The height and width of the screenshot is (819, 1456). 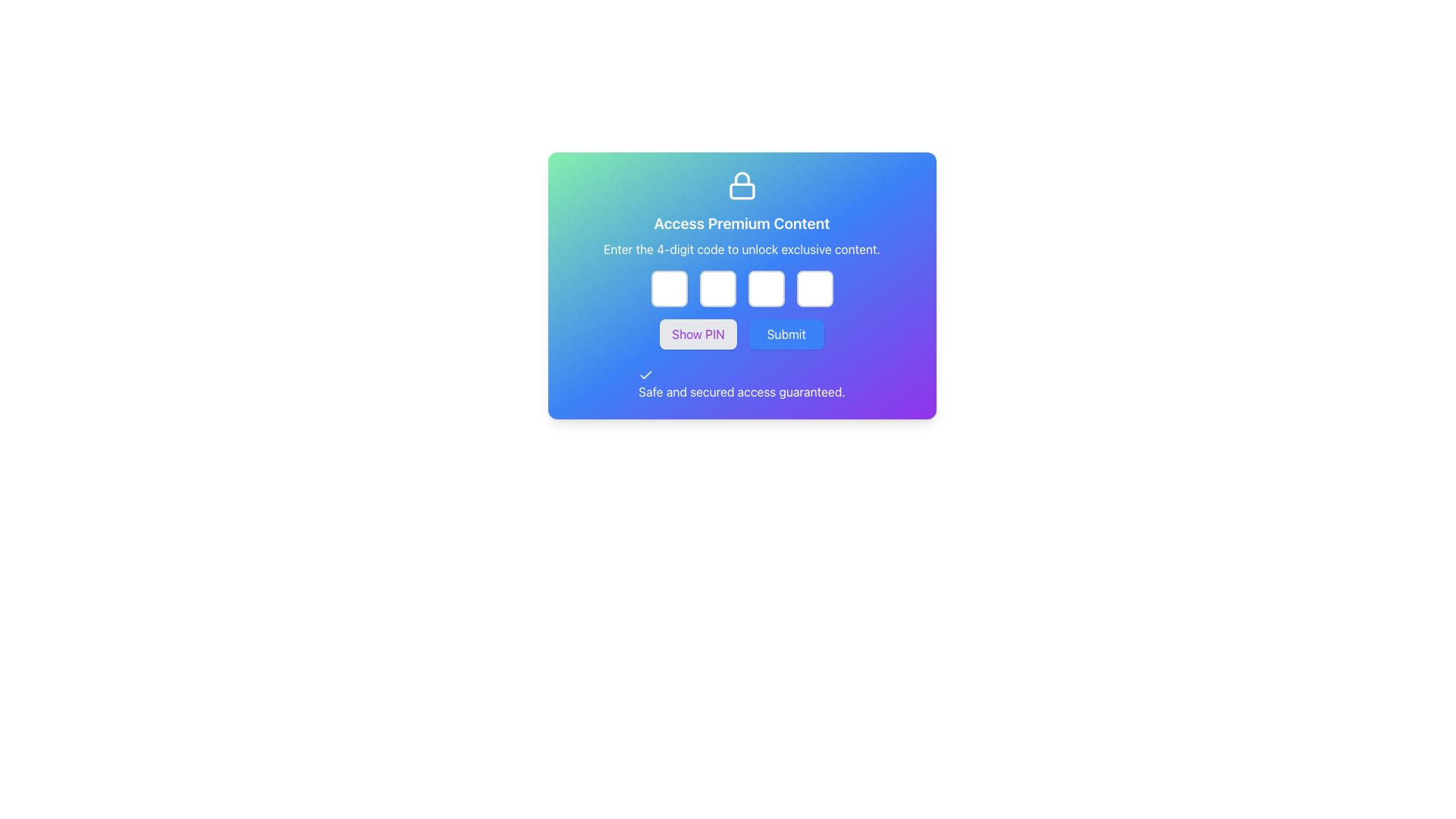 What do you see at coordinates (742, 391) in the screenshot?
I see `the assurance statement text located at the bottom-center of the gradient card, directly beneath the 'Show PIN' and 'Submit' buttons` at bounding box center [742, 391].